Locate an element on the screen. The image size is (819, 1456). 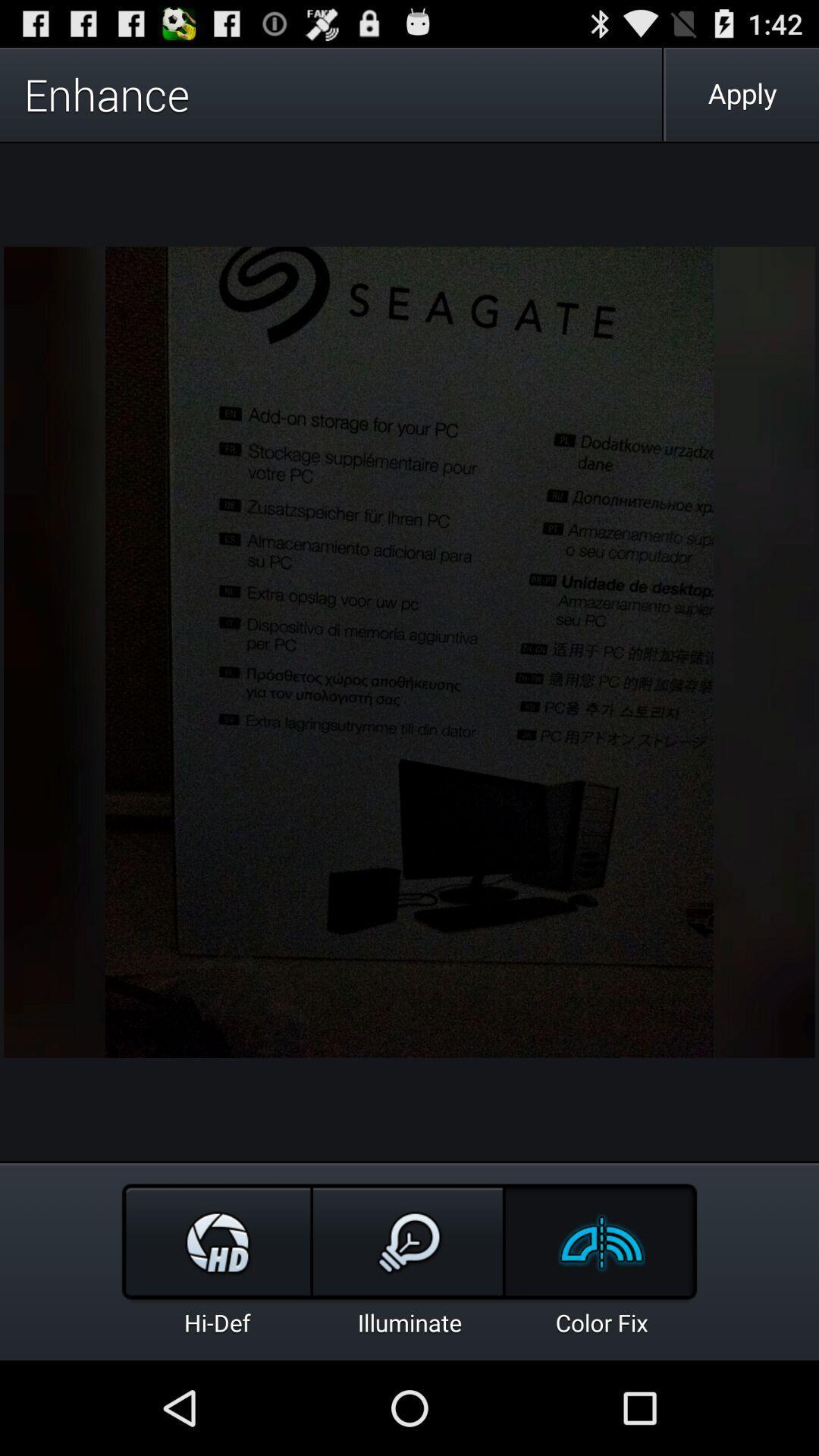
the hd icon is located at coordinates (217, 1244).